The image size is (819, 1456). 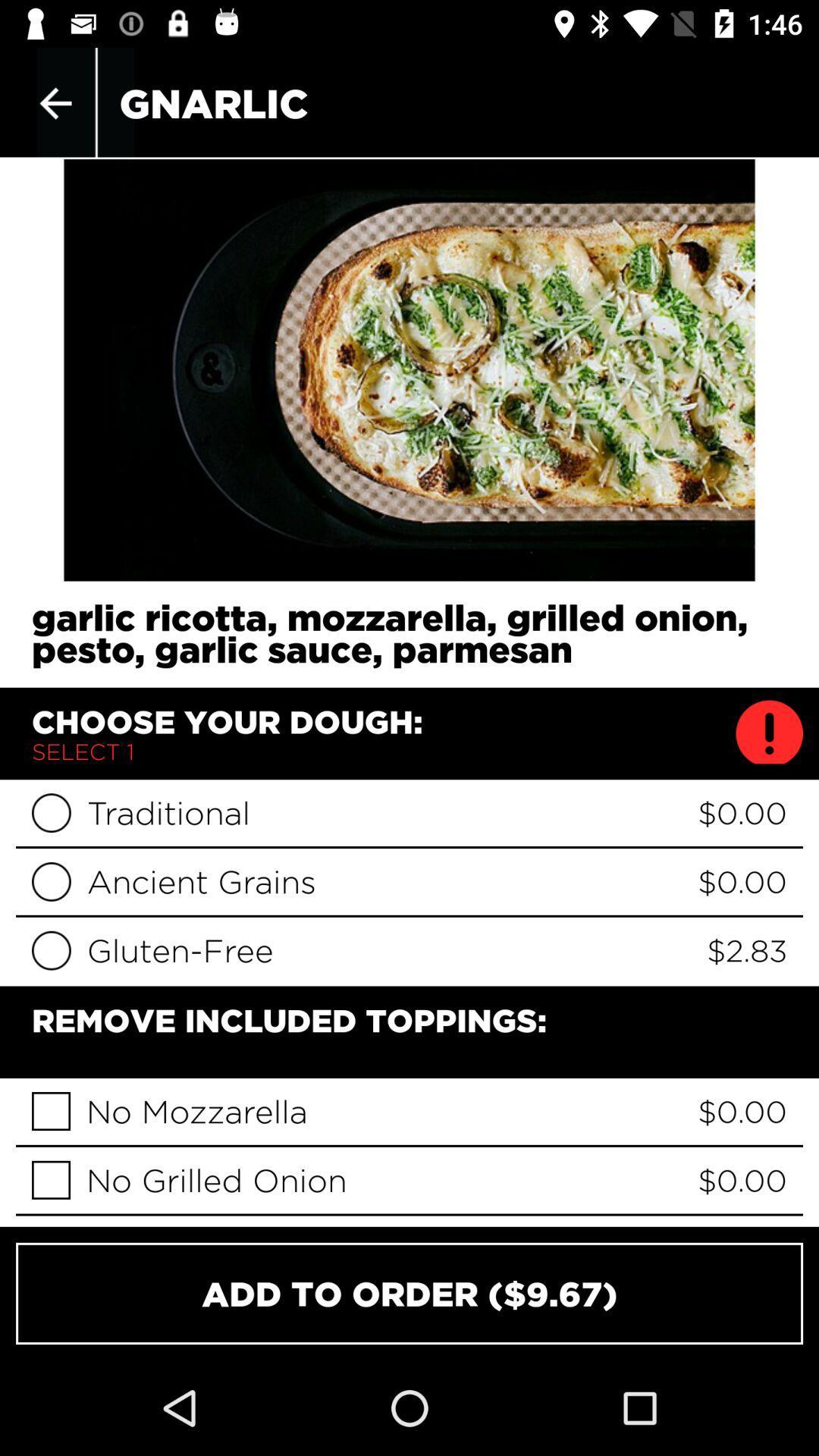 What do you see at coordinates (50, 1179) in the screenshot?
I see `no grilled onion` at bounding box center [50, 1179].